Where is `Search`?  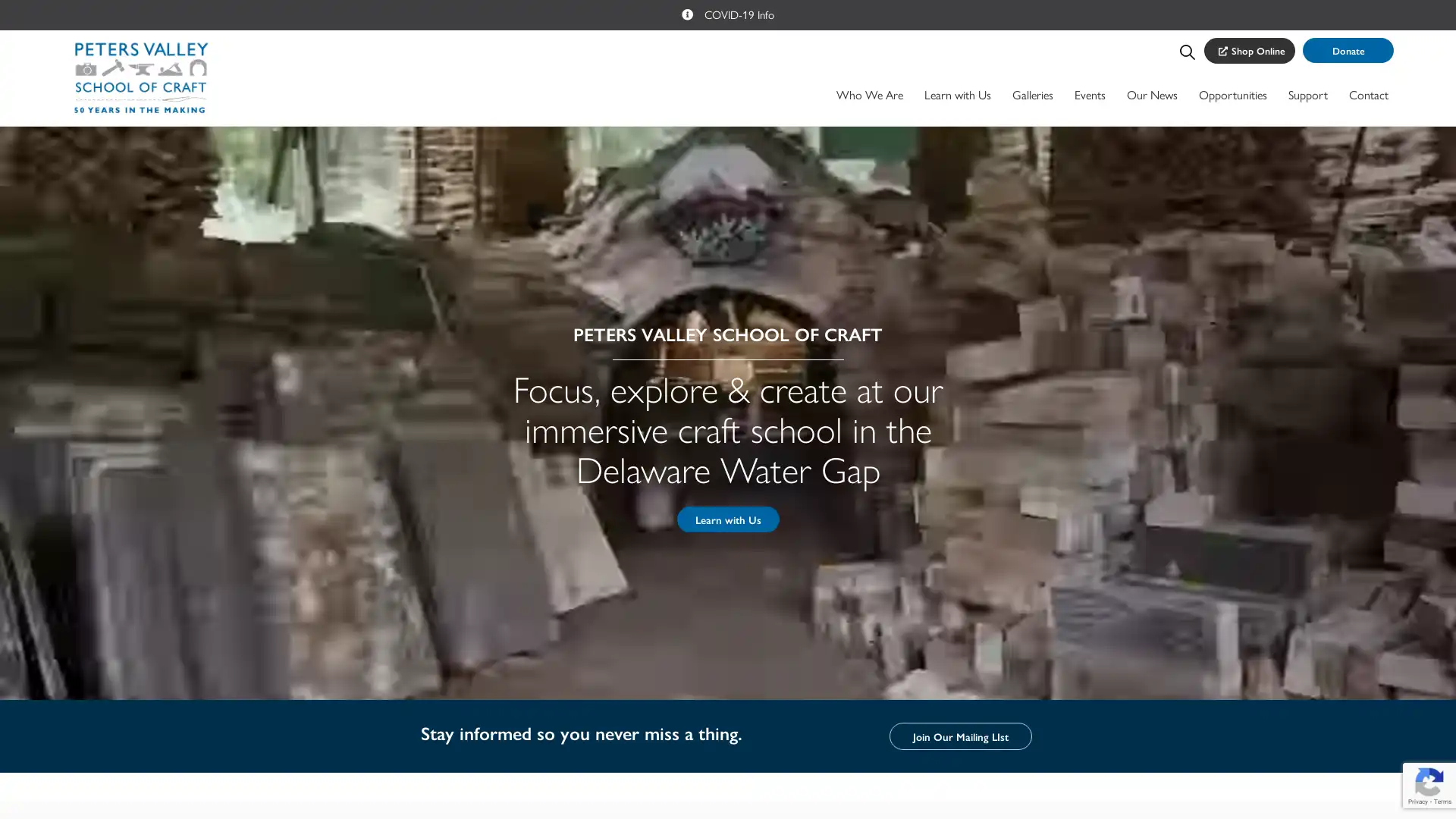 Search is located at coordinates (1200, 30).